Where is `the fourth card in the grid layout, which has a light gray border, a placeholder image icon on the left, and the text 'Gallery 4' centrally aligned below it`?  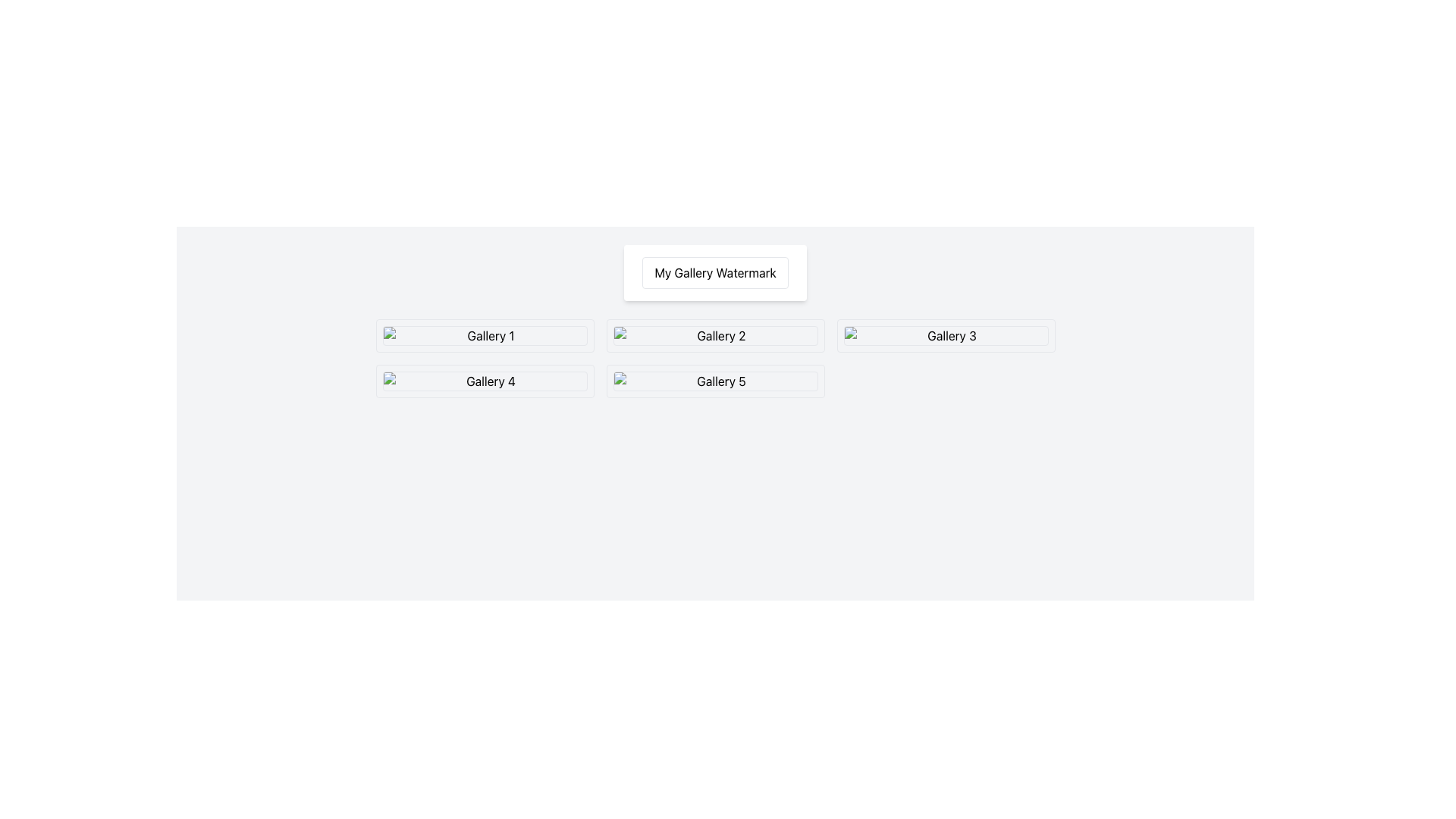 the fourth card in the grid layout, which has a light gray border, a placeholder image icon on the left, and the text 'Gallery 4' centrally aligned below it is located at coordinates (484, 380).